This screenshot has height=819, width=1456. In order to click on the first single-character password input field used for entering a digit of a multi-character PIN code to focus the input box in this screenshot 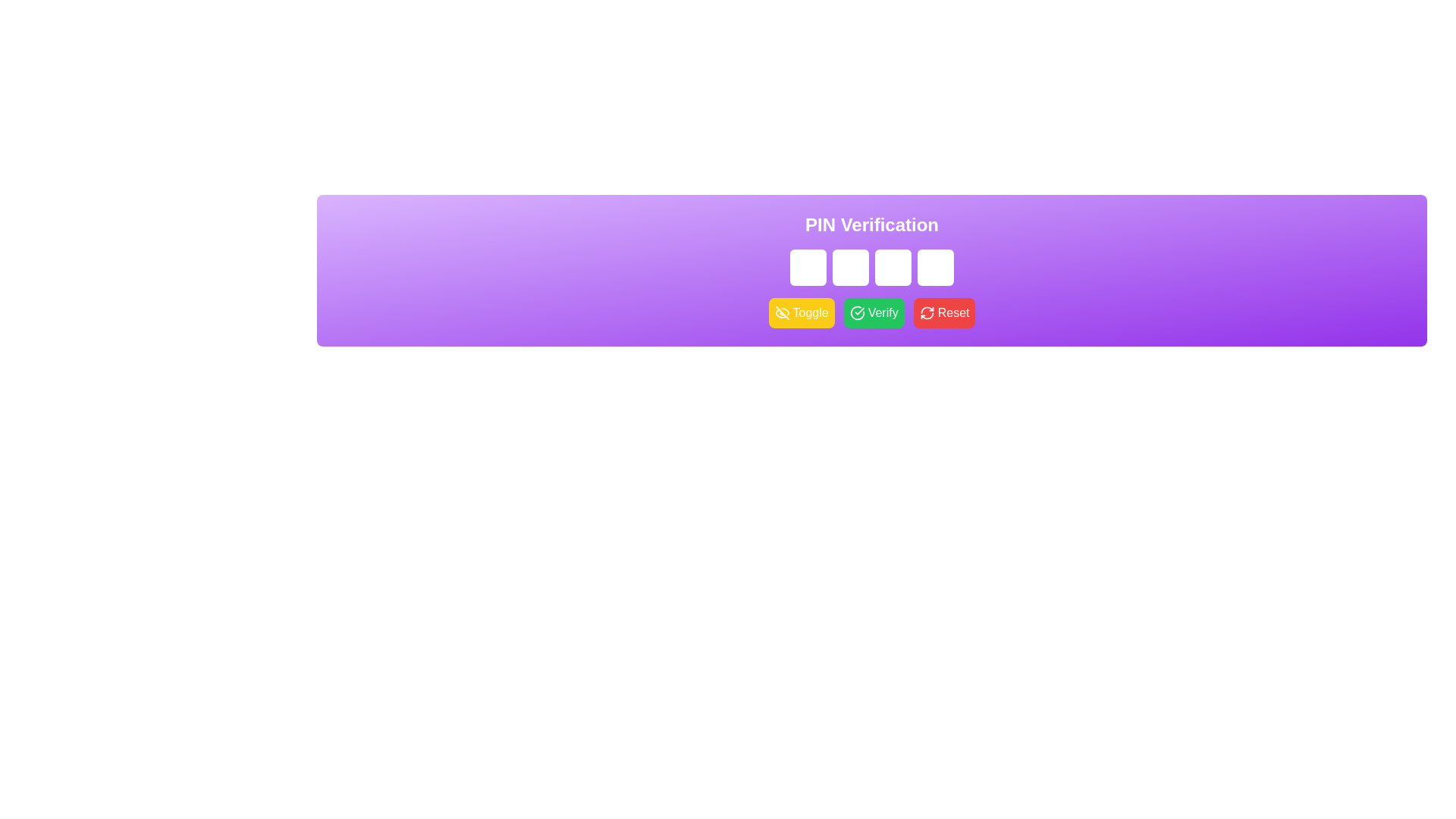, I will do `click(807, 267)`.